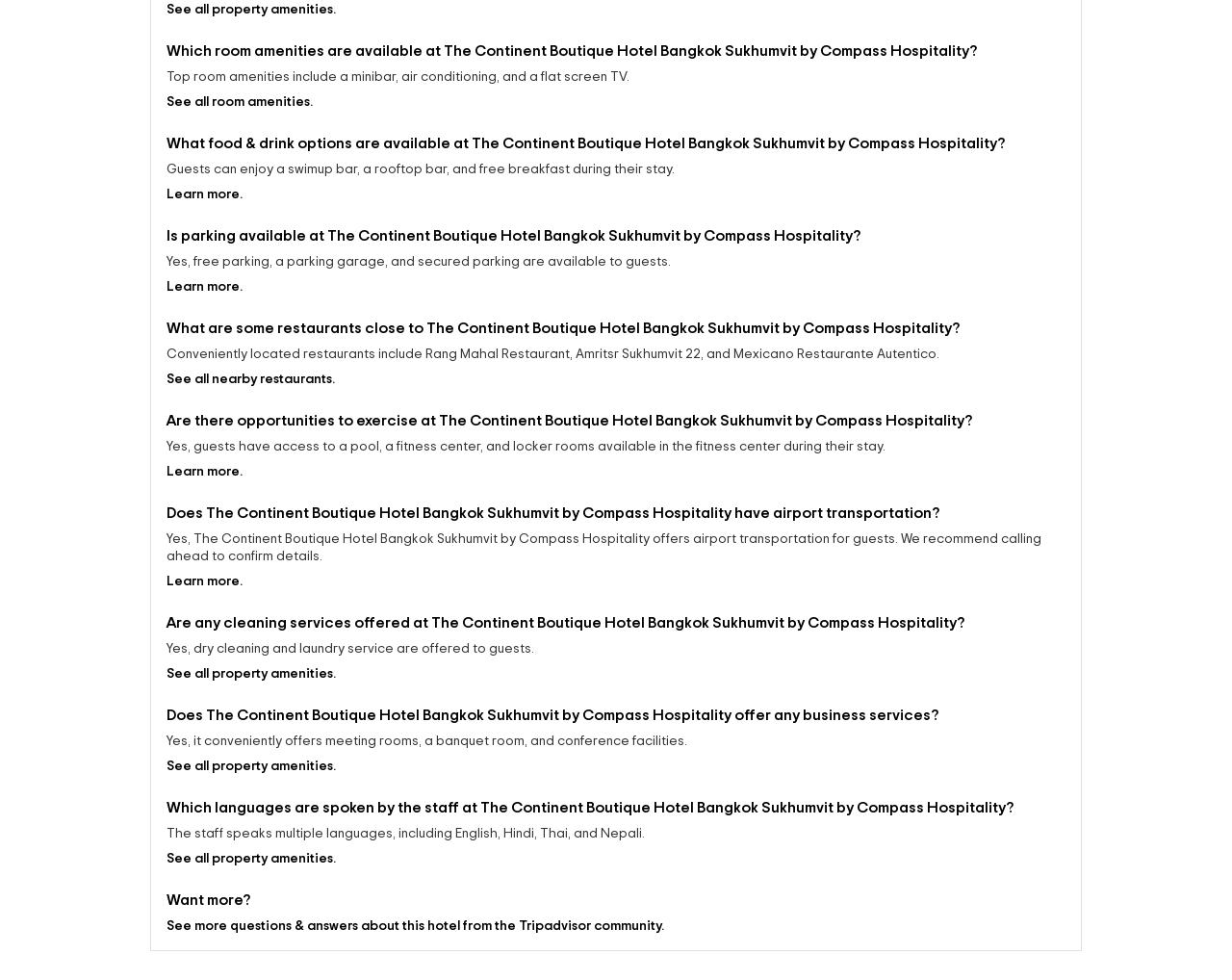 Image resolution: width=1232 pixels, height=980 pixels. What do you see at coordinates (417, 327) in the screenshot?
I see `'Yes, free parking, a parking garage, and secured parking are available to guests.'` at bounding box center [417, 327].